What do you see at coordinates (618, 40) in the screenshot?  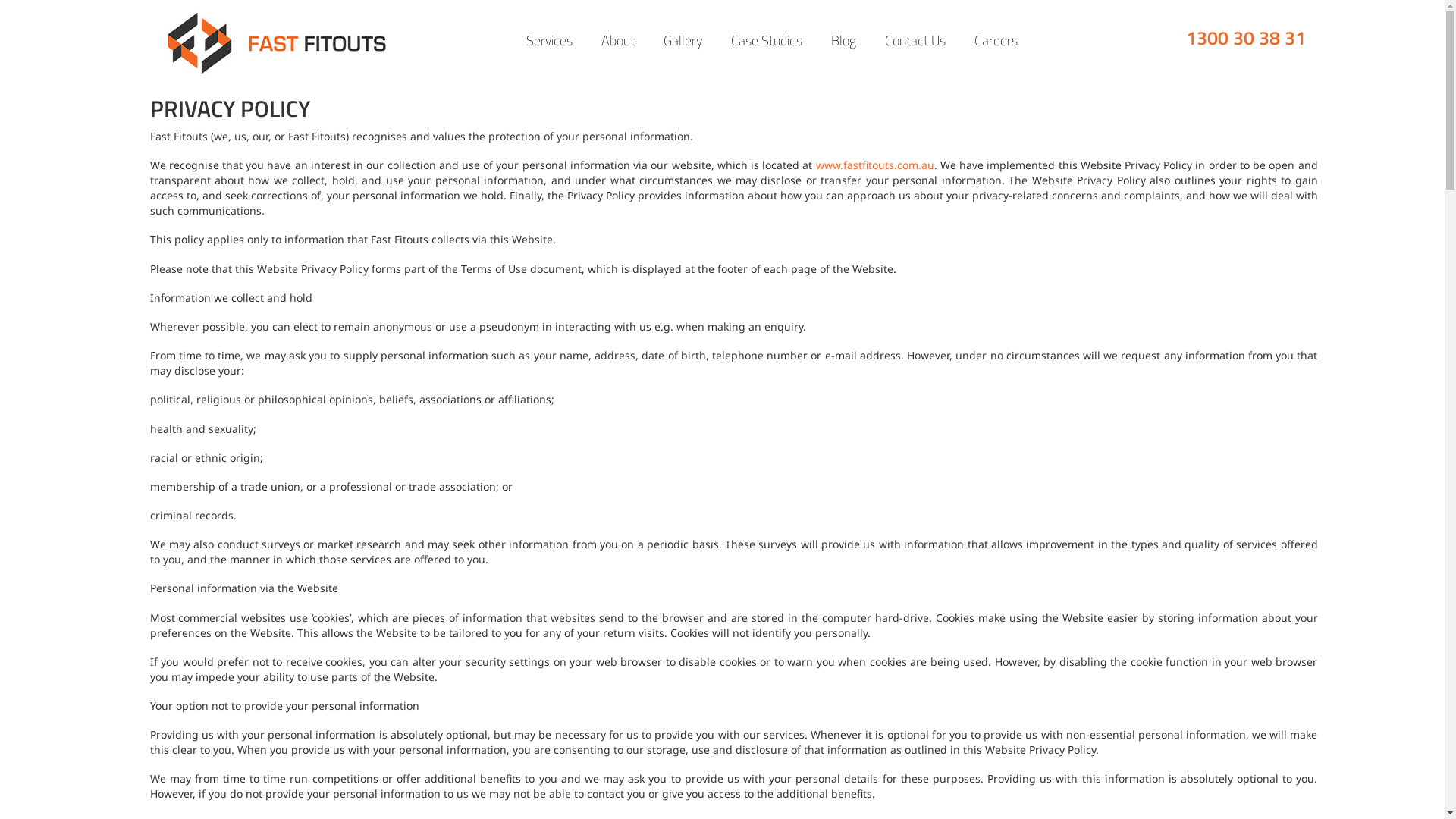 I see `'About'` at bounding box center [618, 40].